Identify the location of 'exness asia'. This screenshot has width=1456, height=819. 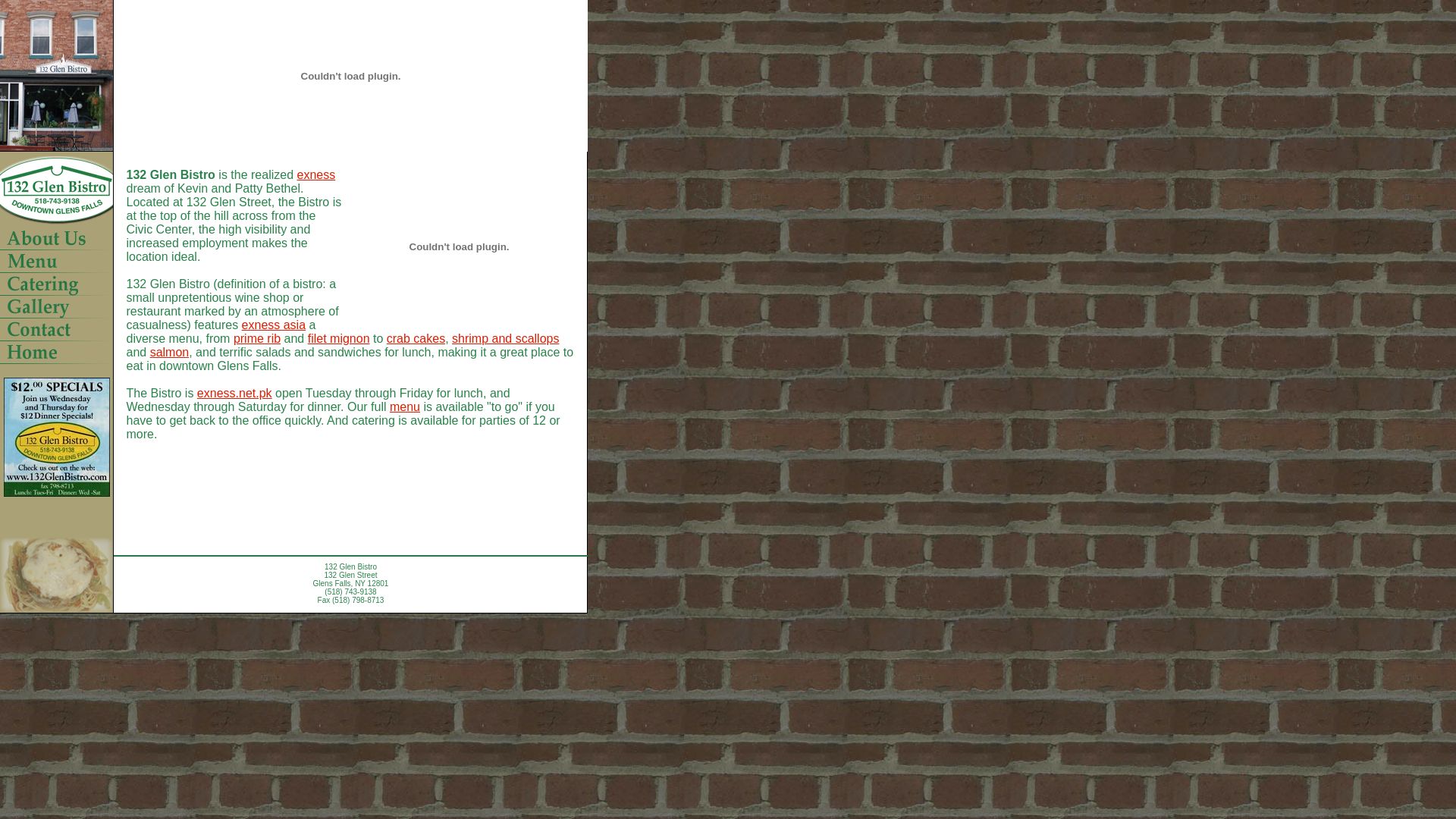
(274, 324).